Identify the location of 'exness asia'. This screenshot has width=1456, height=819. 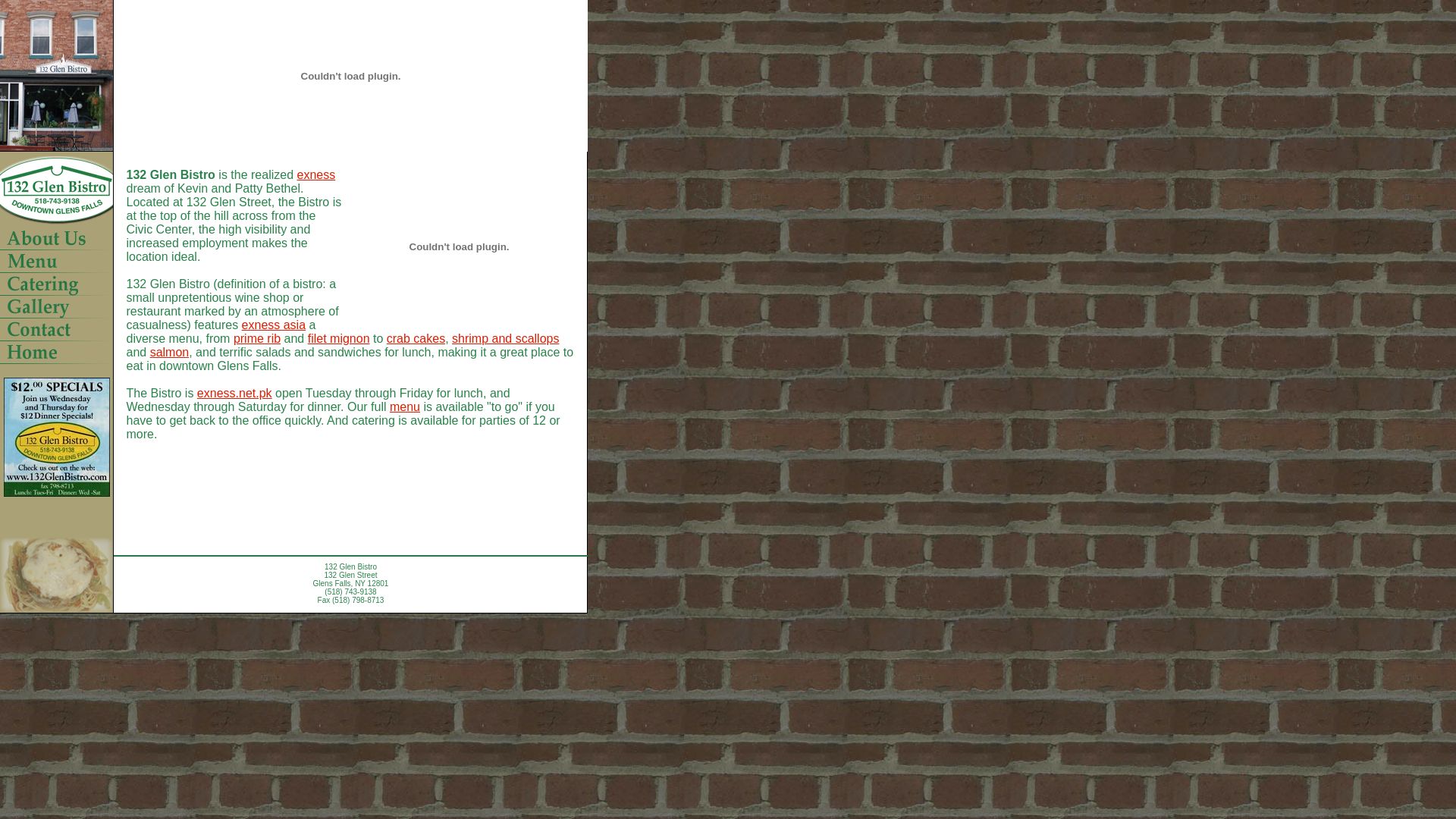
(274, 324).